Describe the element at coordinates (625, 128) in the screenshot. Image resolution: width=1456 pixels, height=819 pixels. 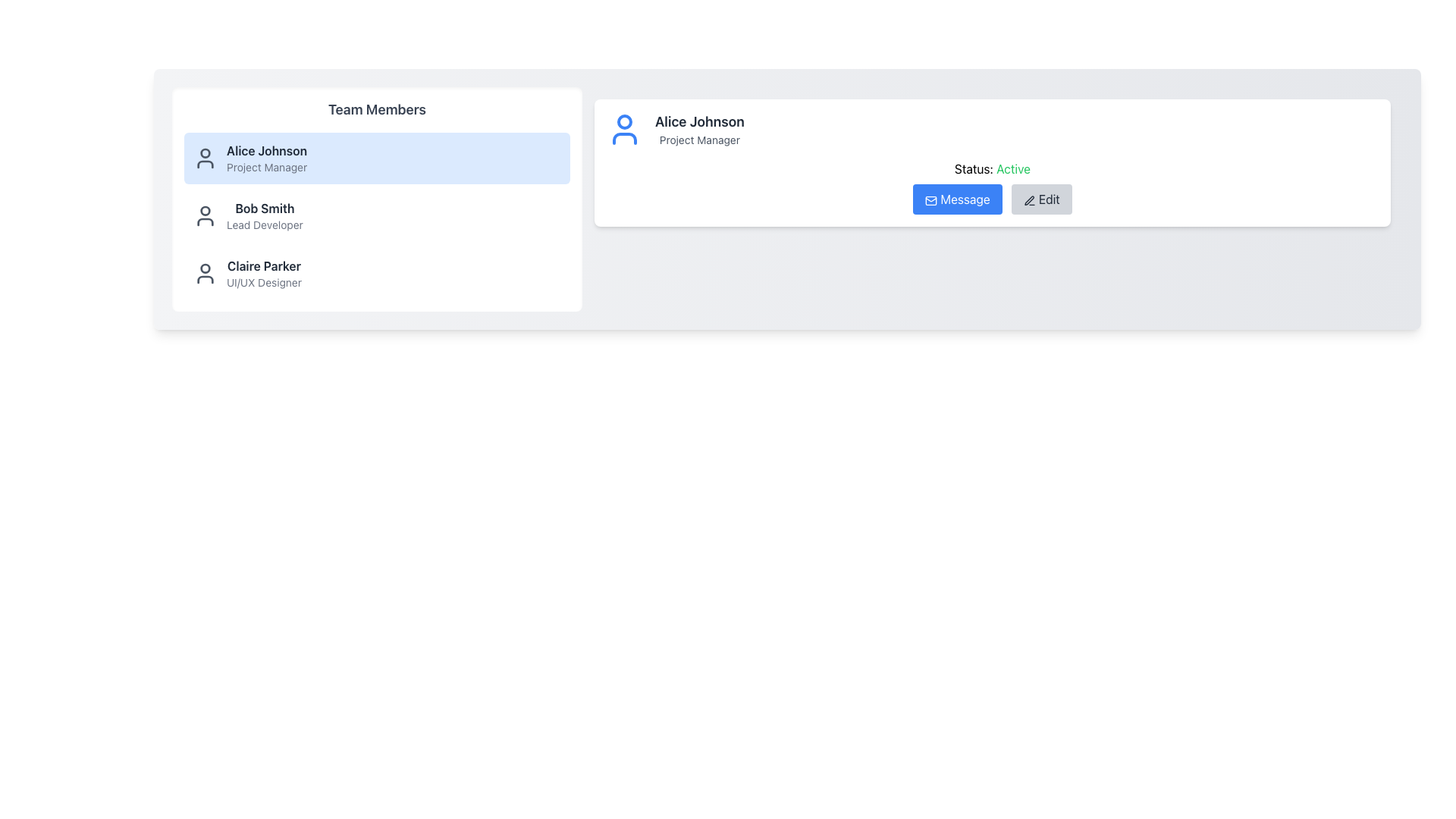
I see `the user icon representing 'Alice Johnson', the Project Manager, located in the right-hand panel of the interface` at that location.